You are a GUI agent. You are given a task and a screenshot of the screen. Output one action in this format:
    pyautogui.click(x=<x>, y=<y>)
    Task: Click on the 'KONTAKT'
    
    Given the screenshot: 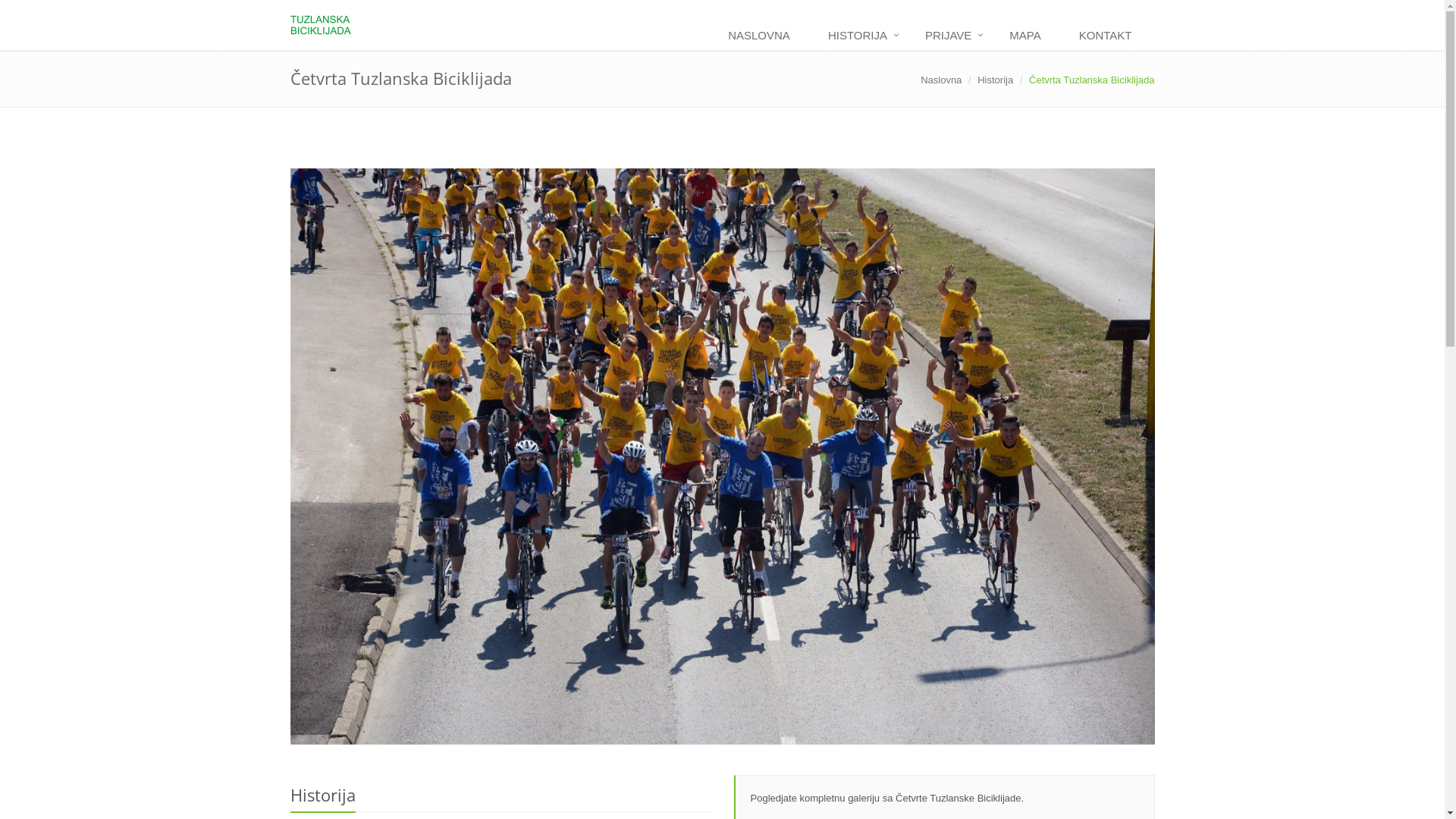 What is the action you would take?
    pyautogui.click(x=1109, y=35)
    